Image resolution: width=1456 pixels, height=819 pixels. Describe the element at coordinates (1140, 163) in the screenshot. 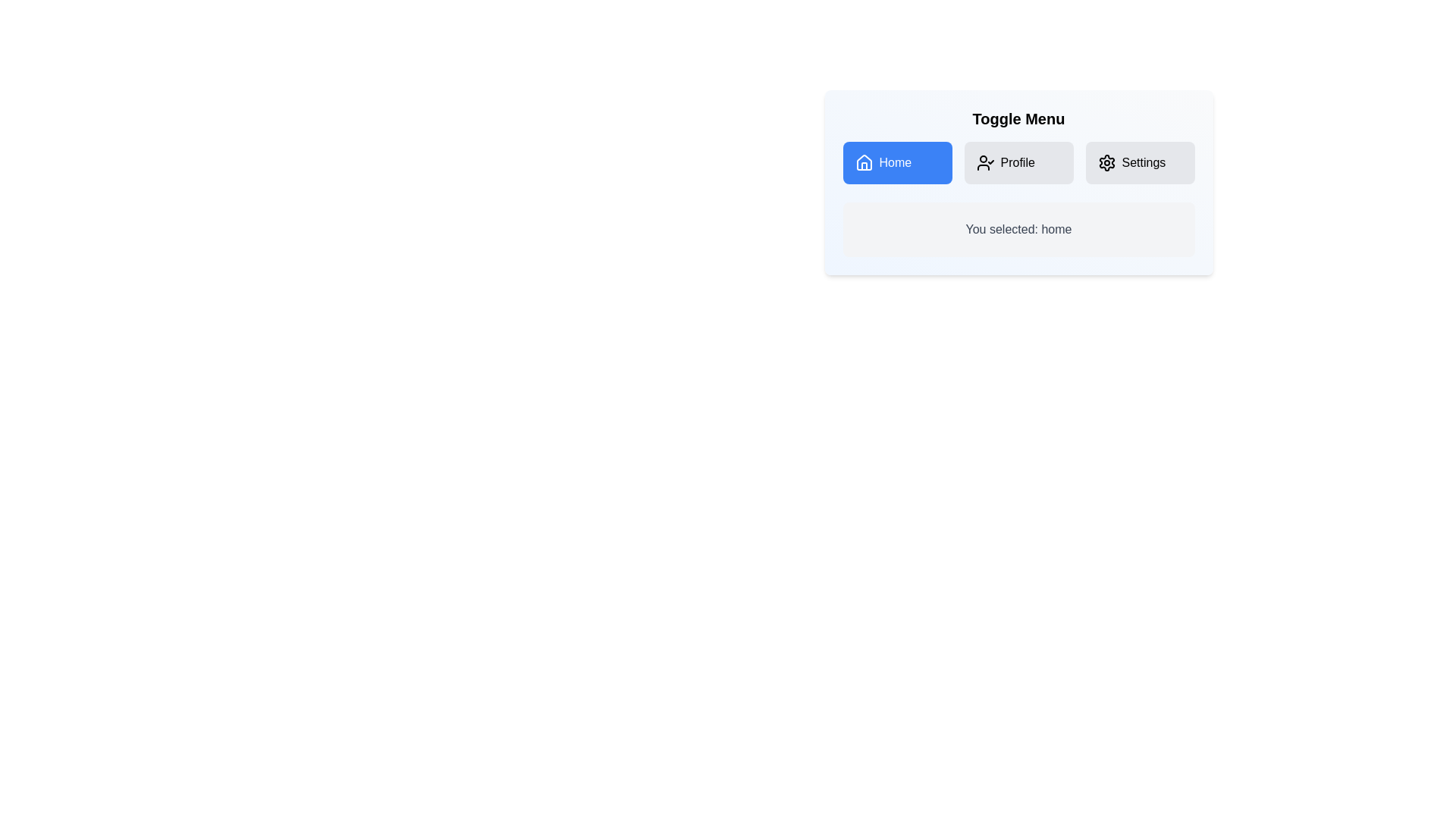

I see `the Settings button to select the corresponding menu option` at that location.